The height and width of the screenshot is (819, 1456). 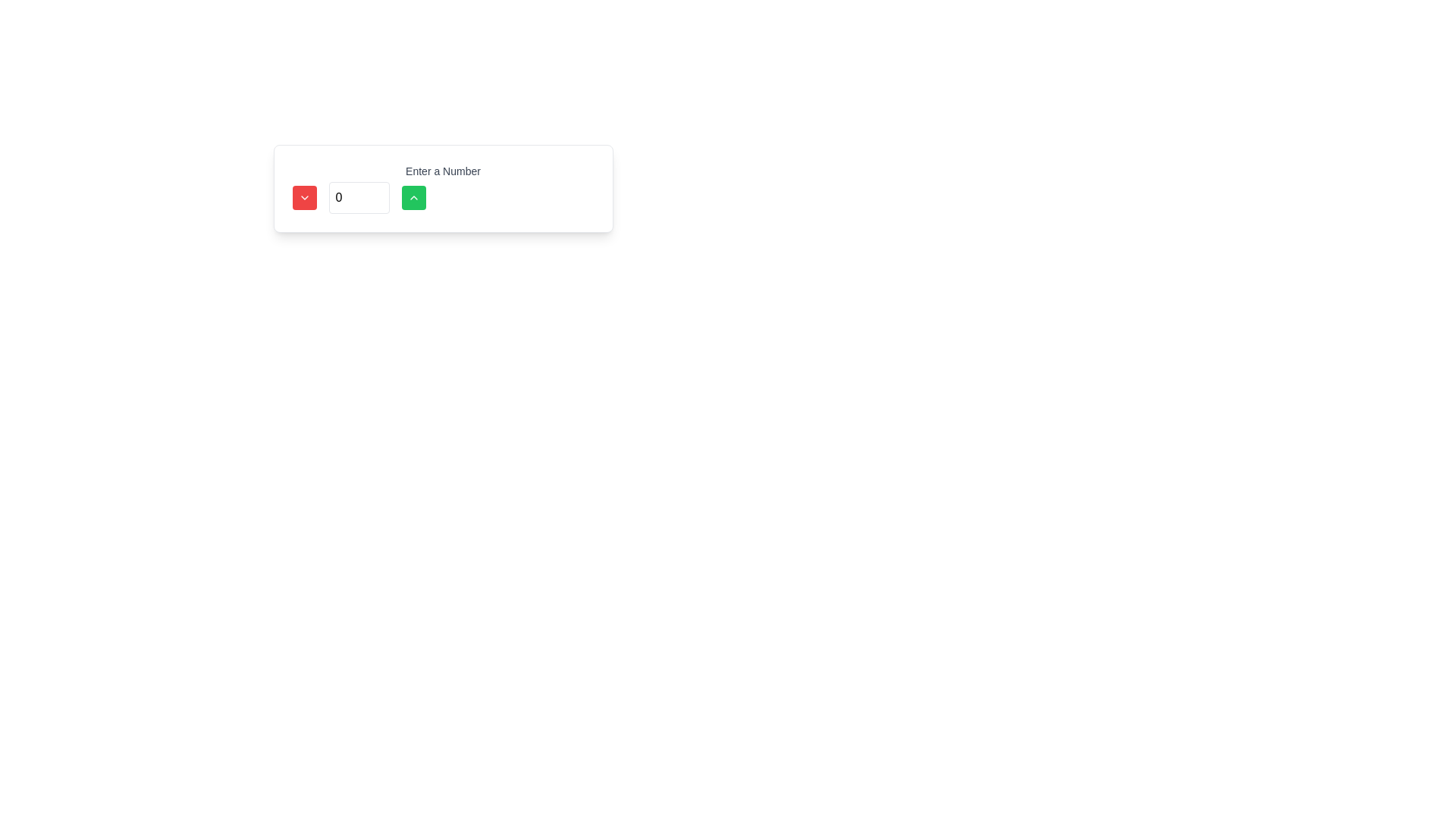 What do you see at coordinates (413, 197) in the screenshot?
I see `the upward-pointing chevron icon embedded in a green button, which is located on the right-hand side of the horizontal control panel` at bounding box center [413, 197].